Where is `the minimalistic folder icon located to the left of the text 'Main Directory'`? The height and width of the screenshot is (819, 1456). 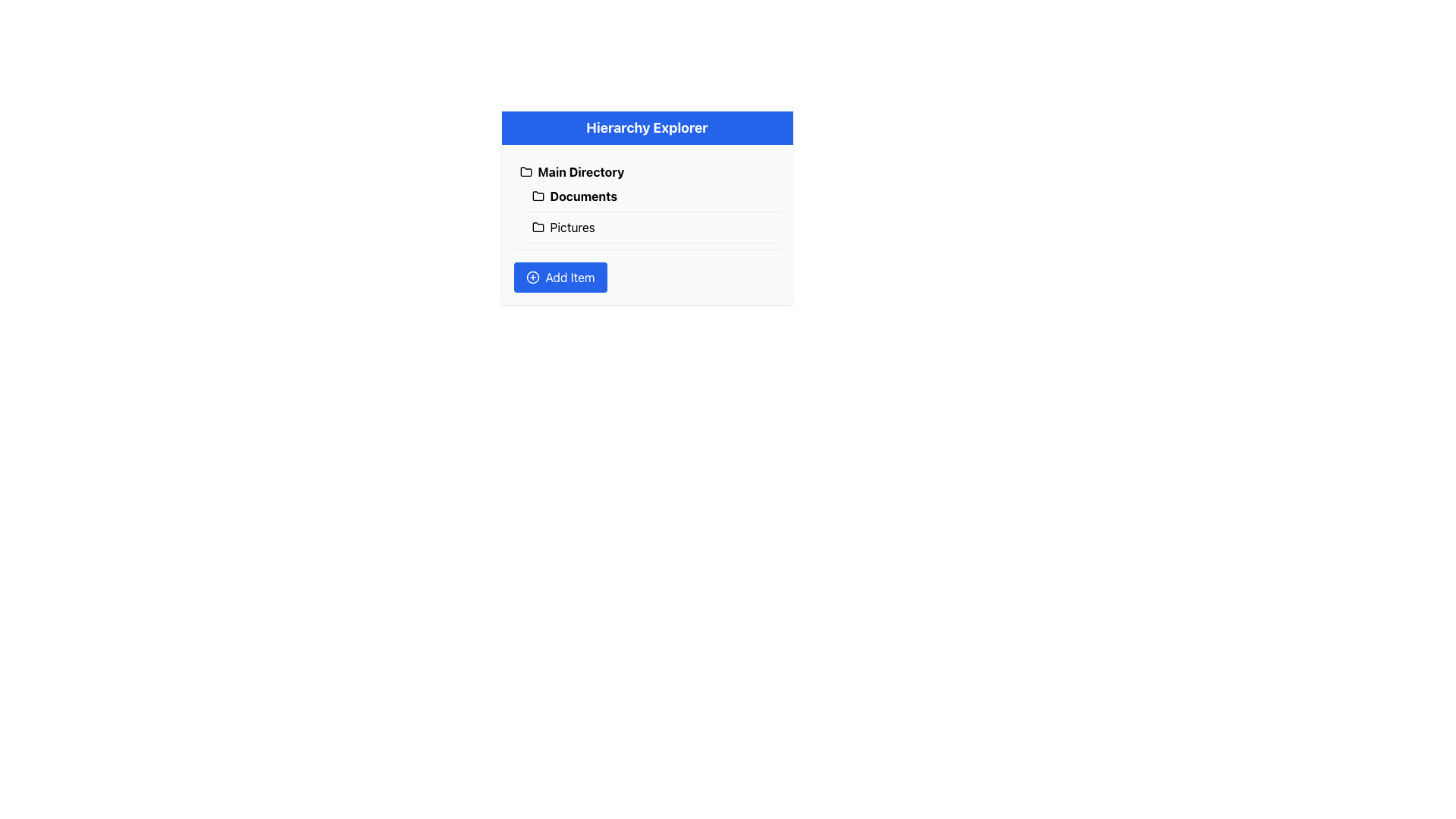 the minimalistic folder icon located to the left of the text 'Main Directory' is located at coordinates (526, 171).